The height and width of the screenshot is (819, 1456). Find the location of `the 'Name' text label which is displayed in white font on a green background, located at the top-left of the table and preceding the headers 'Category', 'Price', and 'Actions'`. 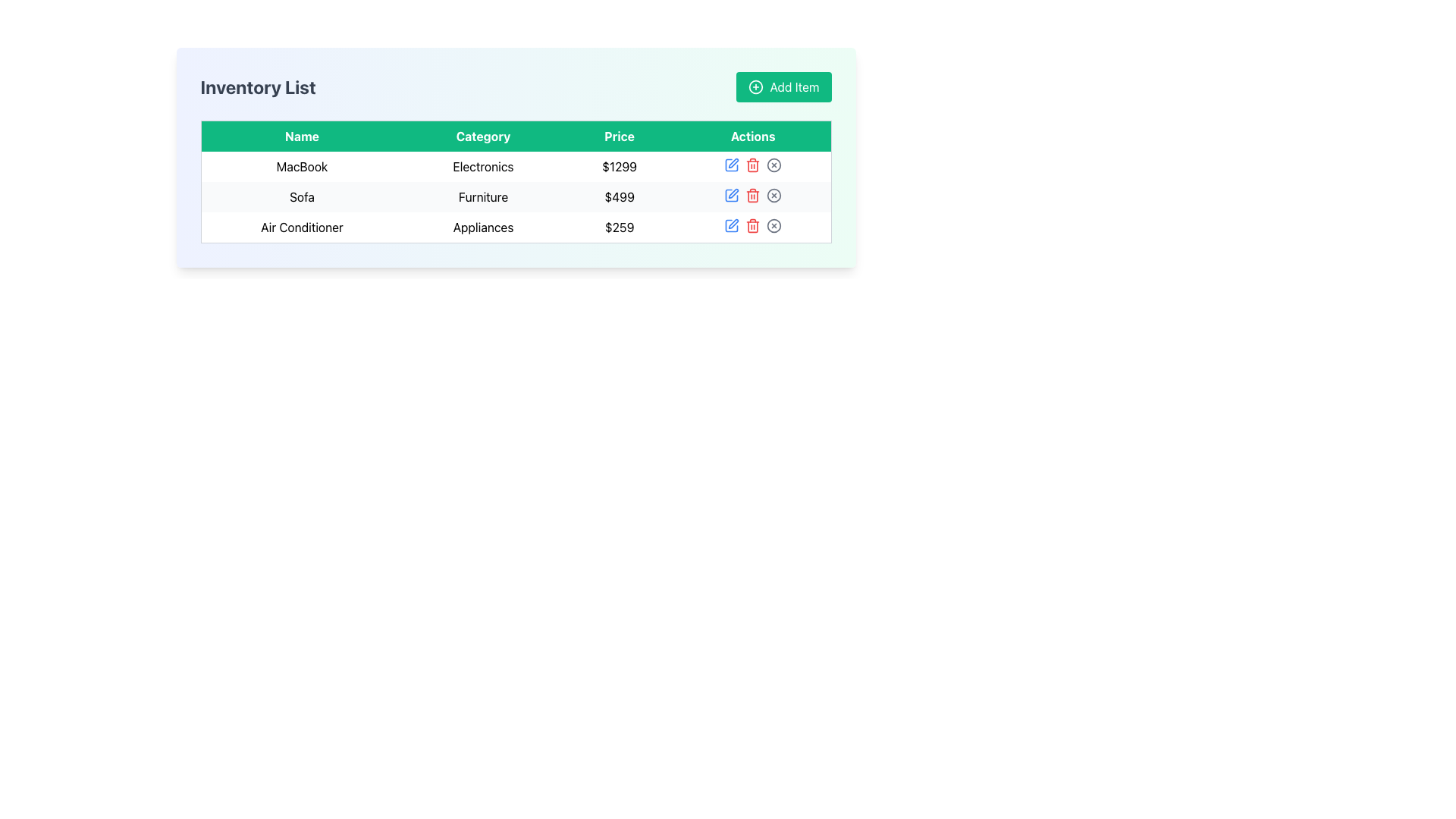

the 'Name' text label which is displayed in white font on a green background, located at the top-left of the table and preceding the headers 'Category', 'Price', and 'Actions' is located at coordinates (302, 135).